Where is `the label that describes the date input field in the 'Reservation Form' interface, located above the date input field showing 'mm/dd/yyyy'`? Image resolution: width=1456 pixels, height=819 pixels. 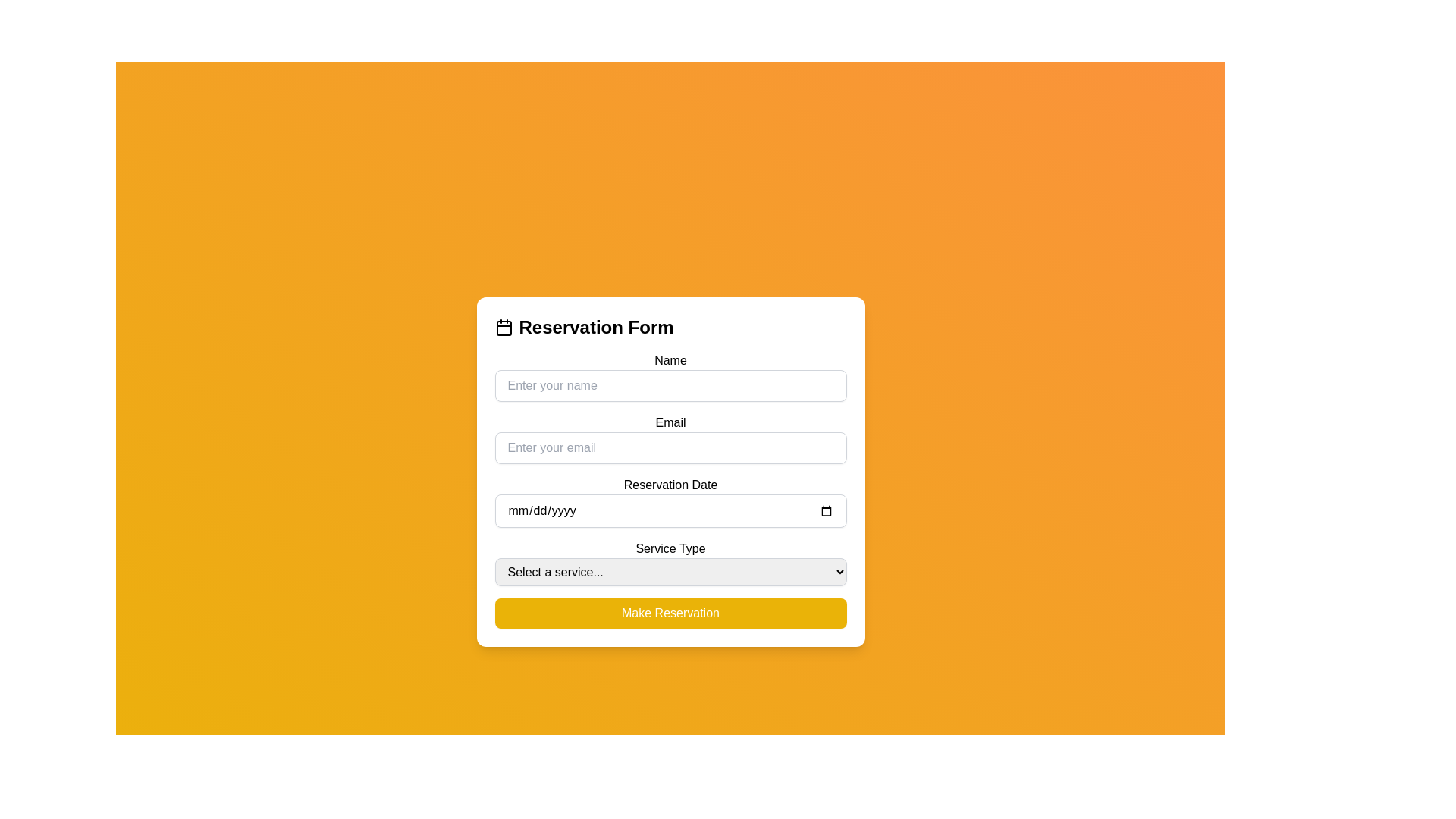
the label that describes the date input field in the 'Reservation Form' interface, located above the date input field showing 'mm/dd/yyyy' is located at coordinates (670, 485).